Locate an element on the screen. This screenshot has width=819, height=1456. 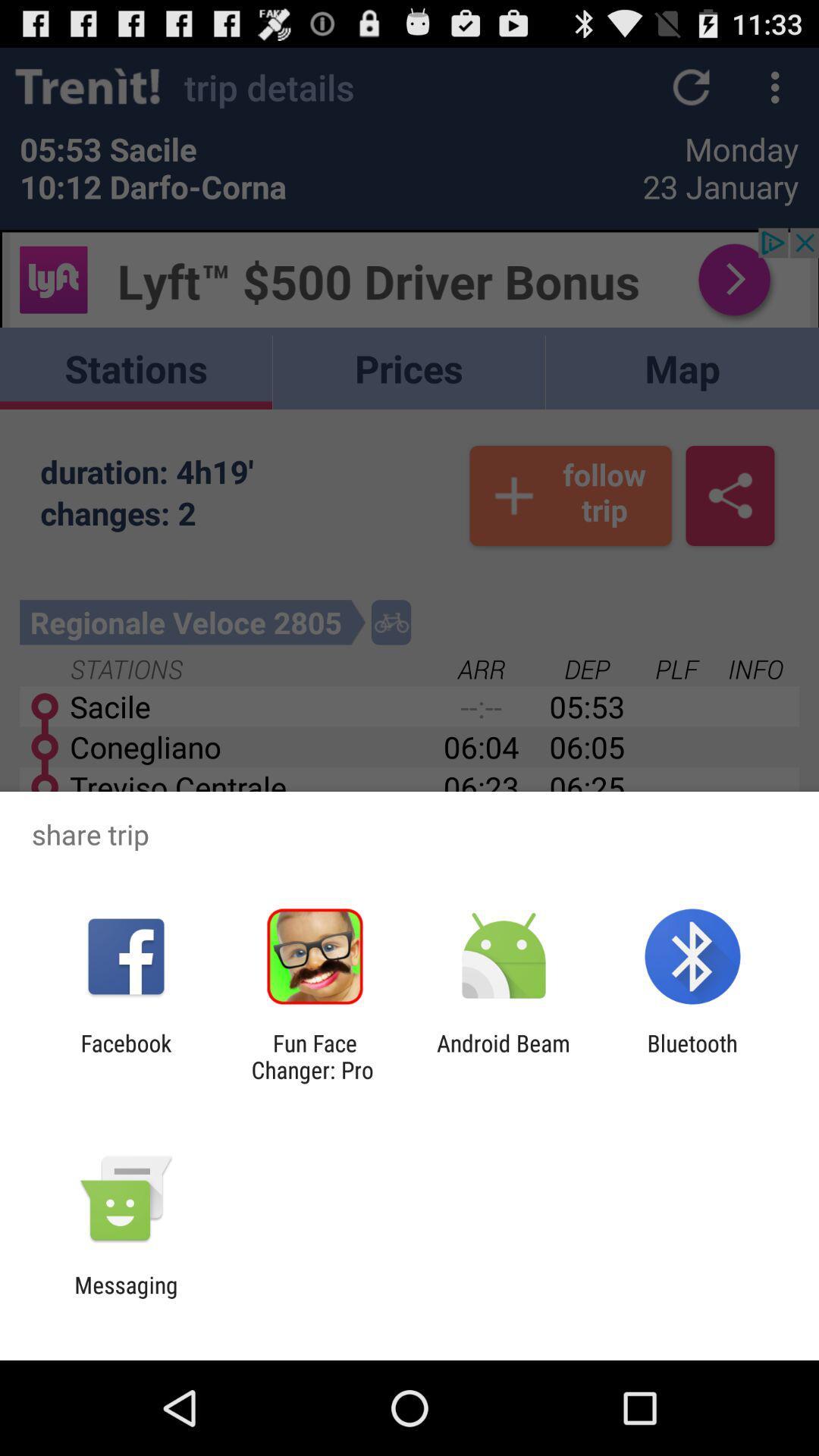
icon to the left of android beam is located at coordinates (314, 1056).